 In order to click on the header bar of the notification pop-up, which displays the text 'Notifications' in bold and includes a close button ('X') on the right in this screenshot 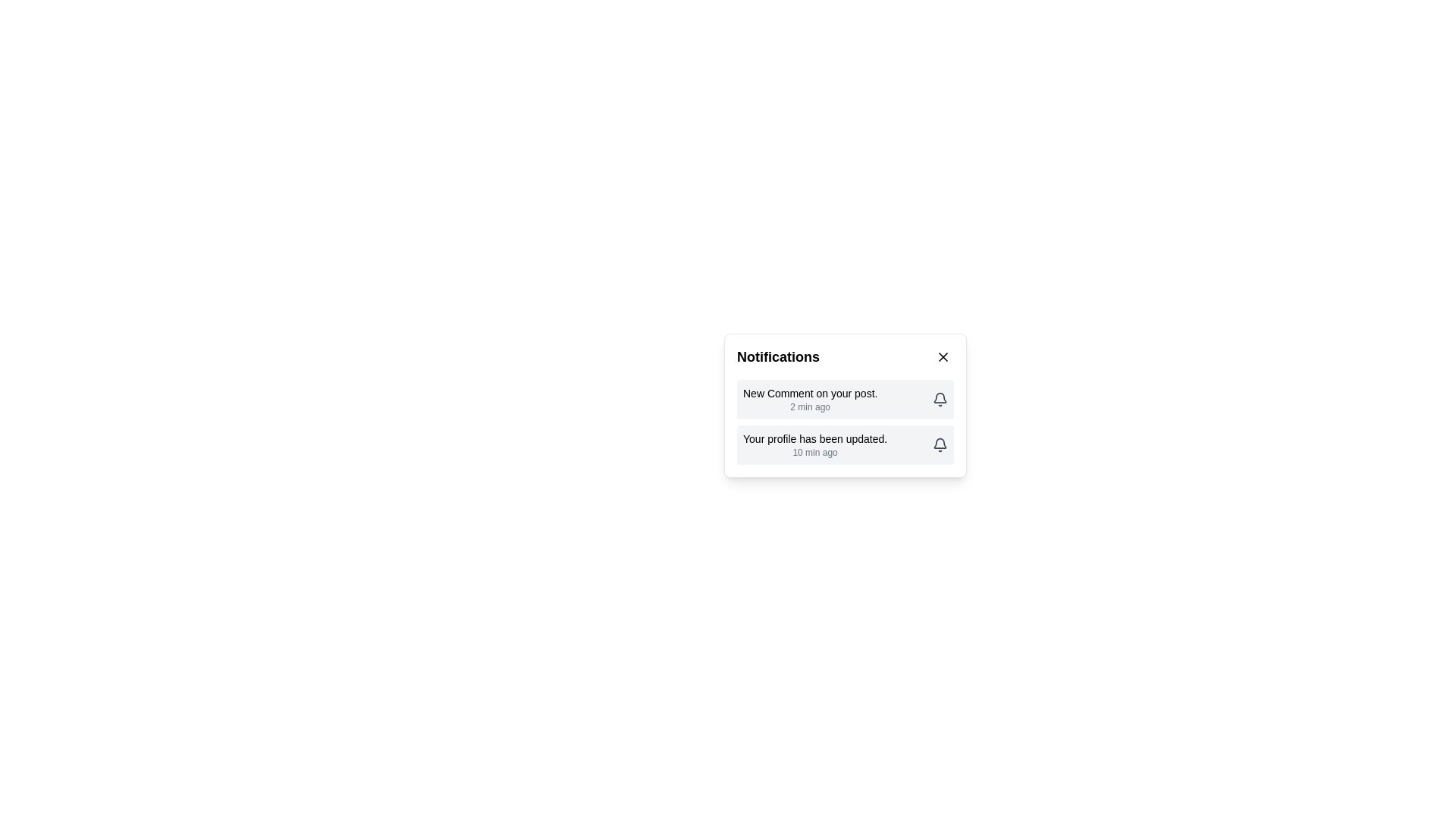, I will do `click(844, 356)`.